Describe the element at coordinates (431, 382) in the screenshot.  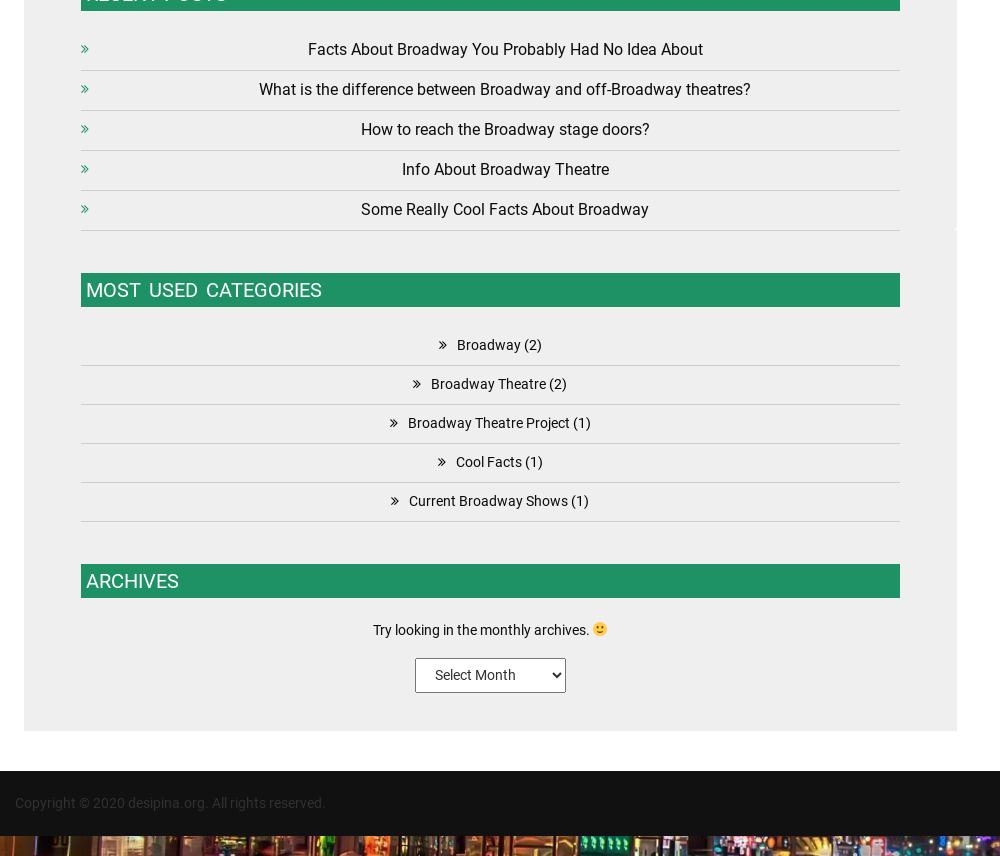
I see `'Broadway Theatre'` at that location.